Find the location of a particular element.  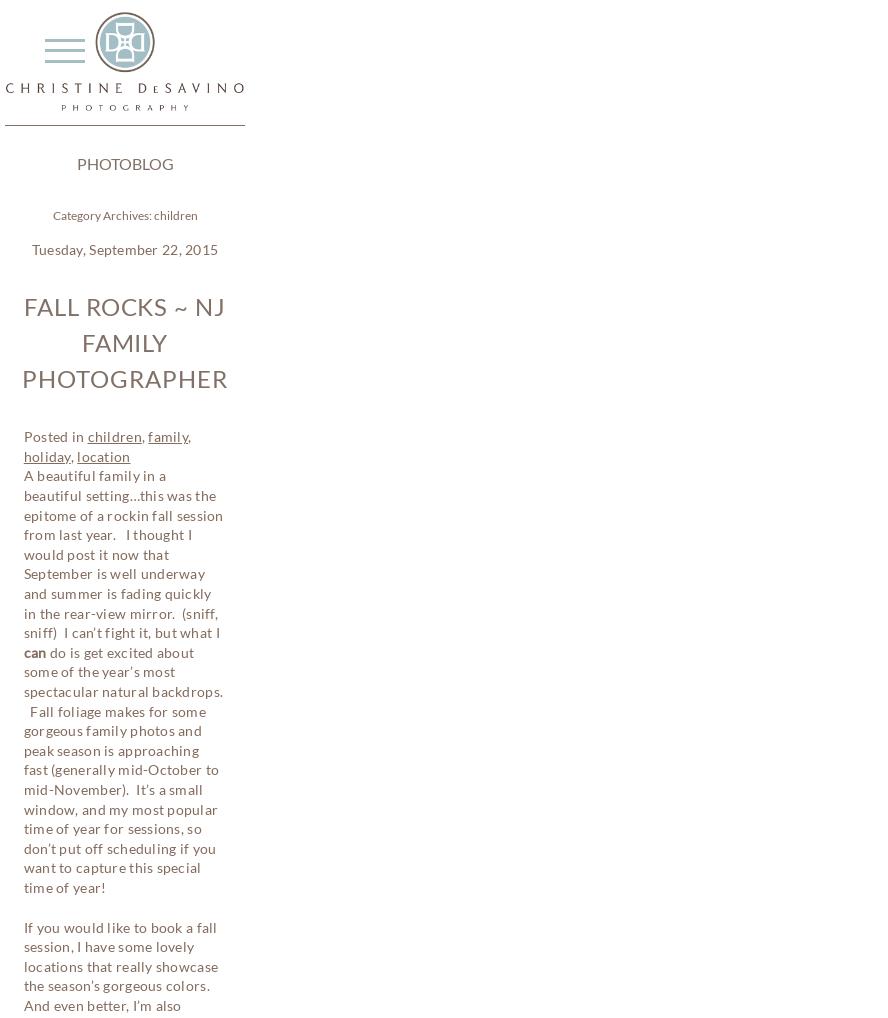

'A beautiful family in a beautiful setting…this was the epitome of a rockin fall session from last year.   I thought I would post it now that September is well underway and summer is fading quickly in the rear-view mirror.  (sniff, sniff)  I can’t fight it, but what I' is located at coordinates (122, 552).